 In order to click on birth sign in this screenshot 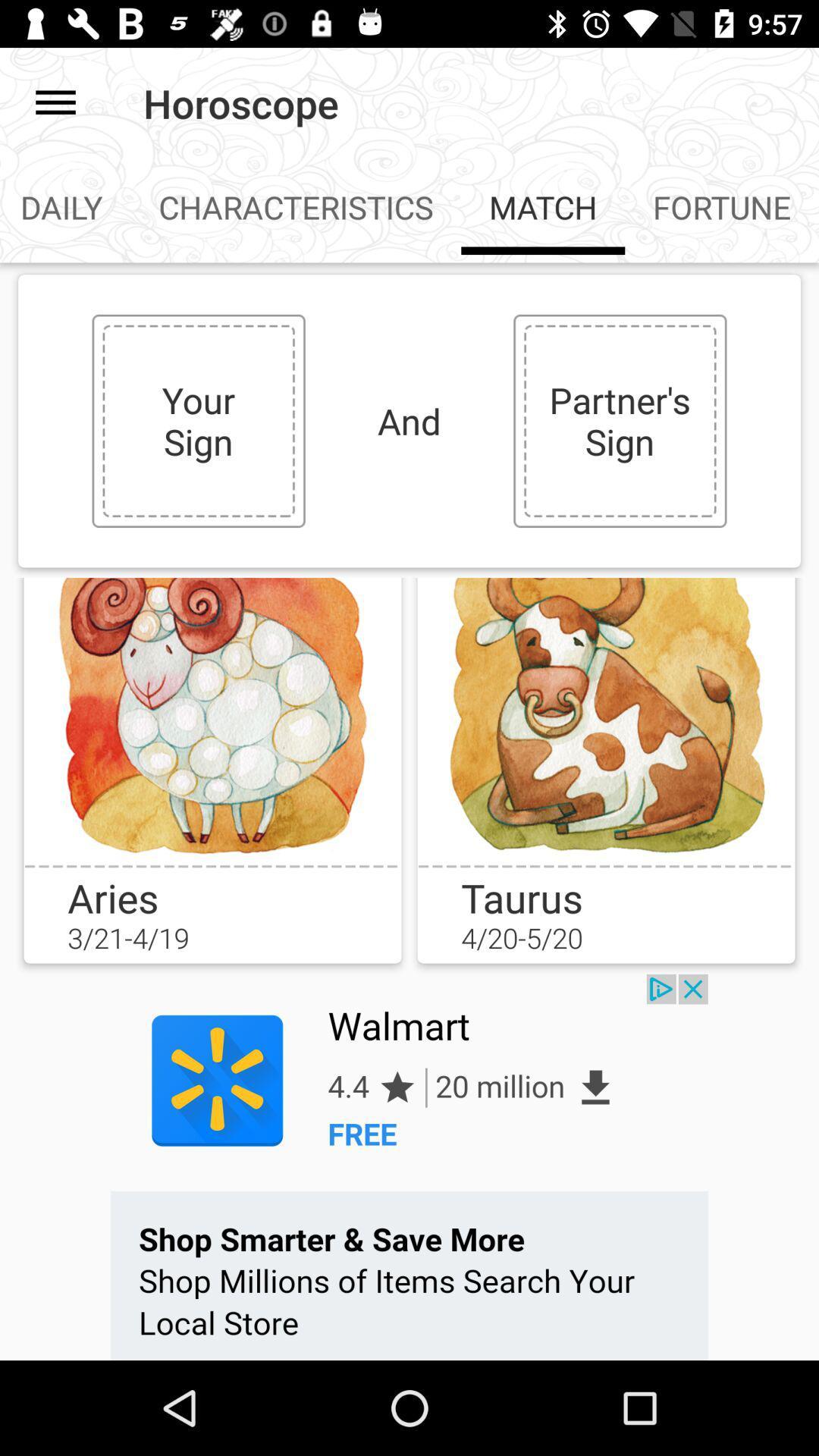, I will do `click(605, 720)`.